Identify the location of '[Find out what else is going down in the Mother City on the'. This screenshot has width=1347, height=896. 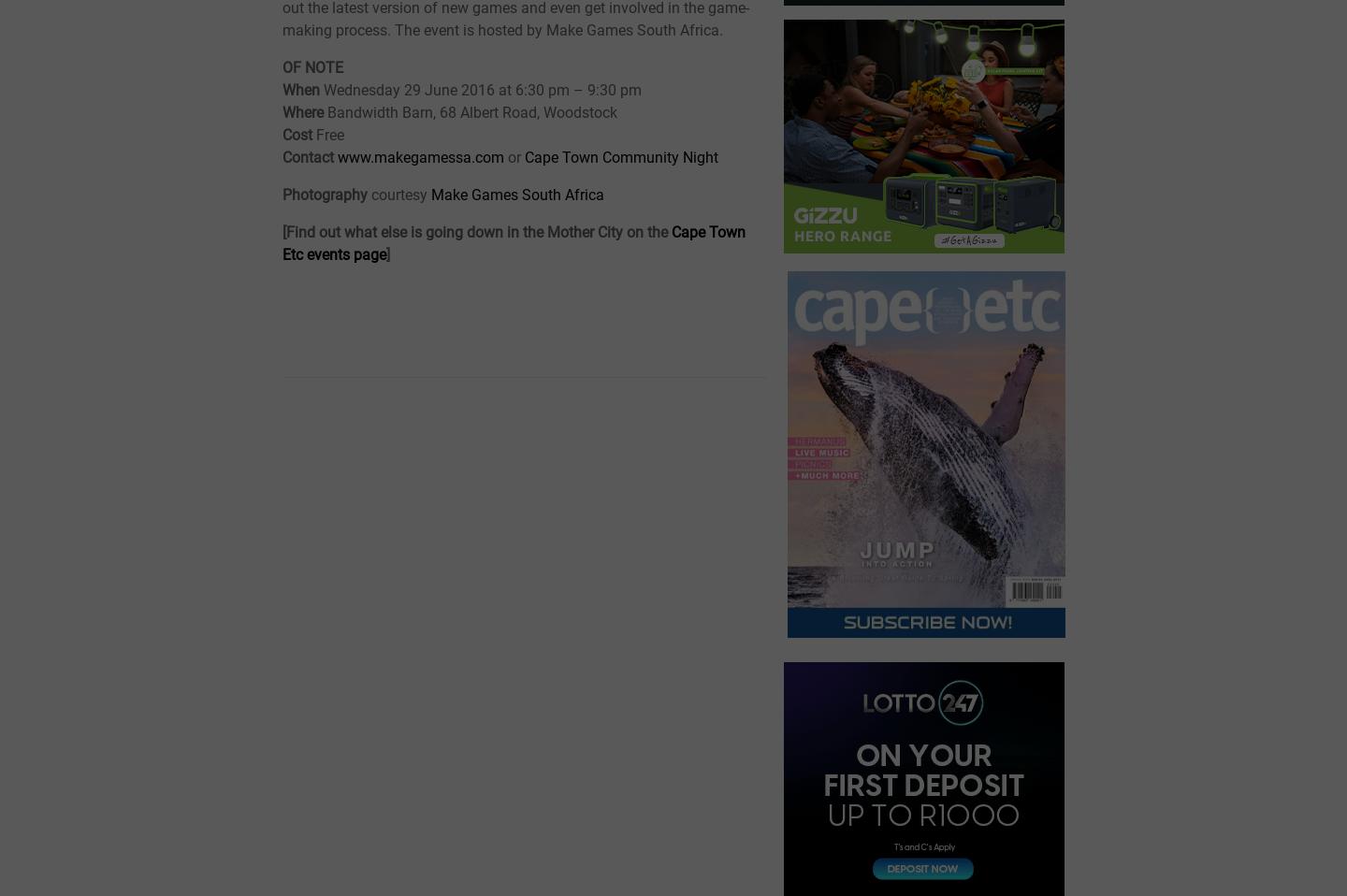
(476, 231).